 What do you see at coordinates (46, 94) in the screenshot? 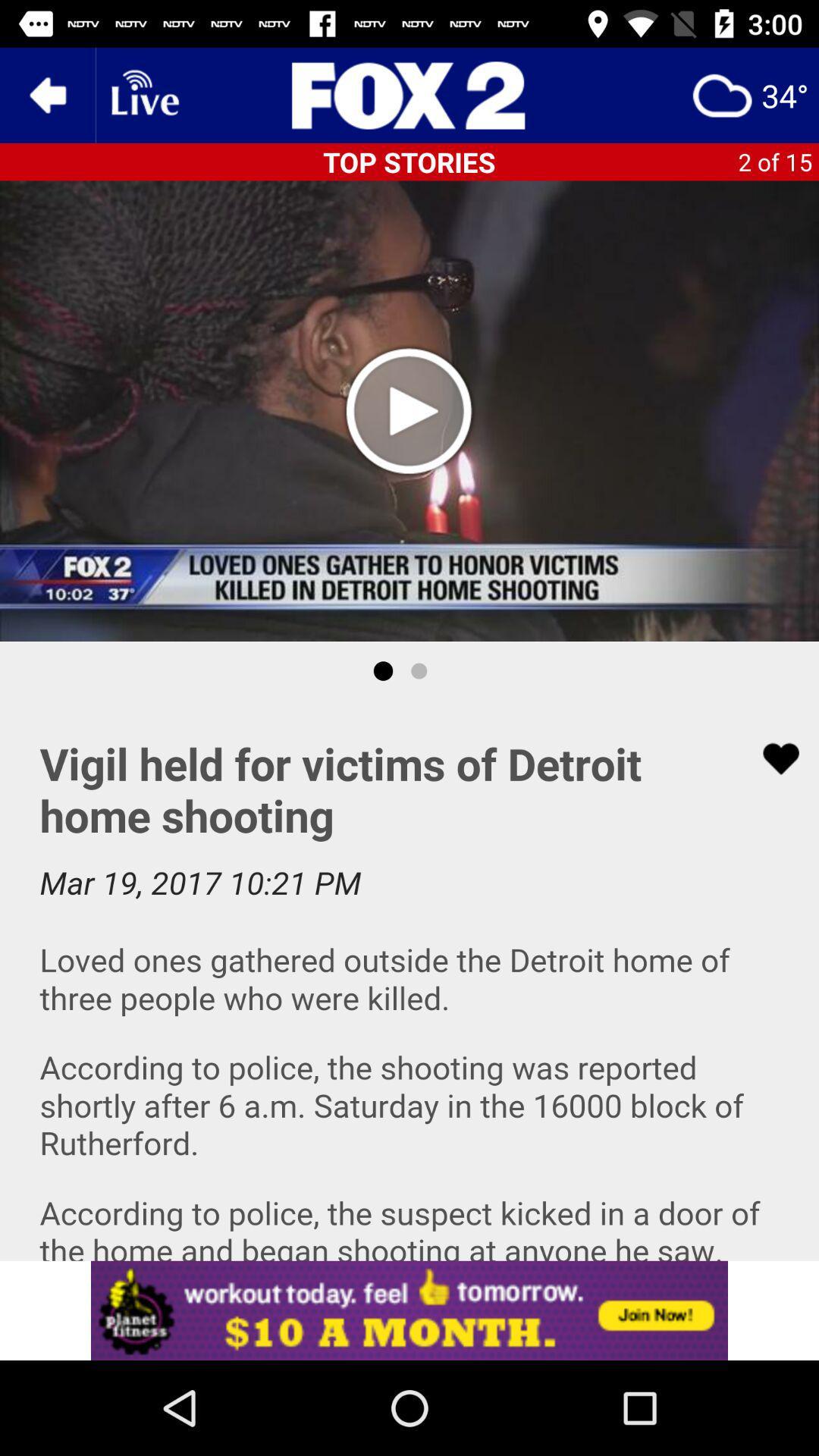
I see `go back` at bounding box center [46, 94].